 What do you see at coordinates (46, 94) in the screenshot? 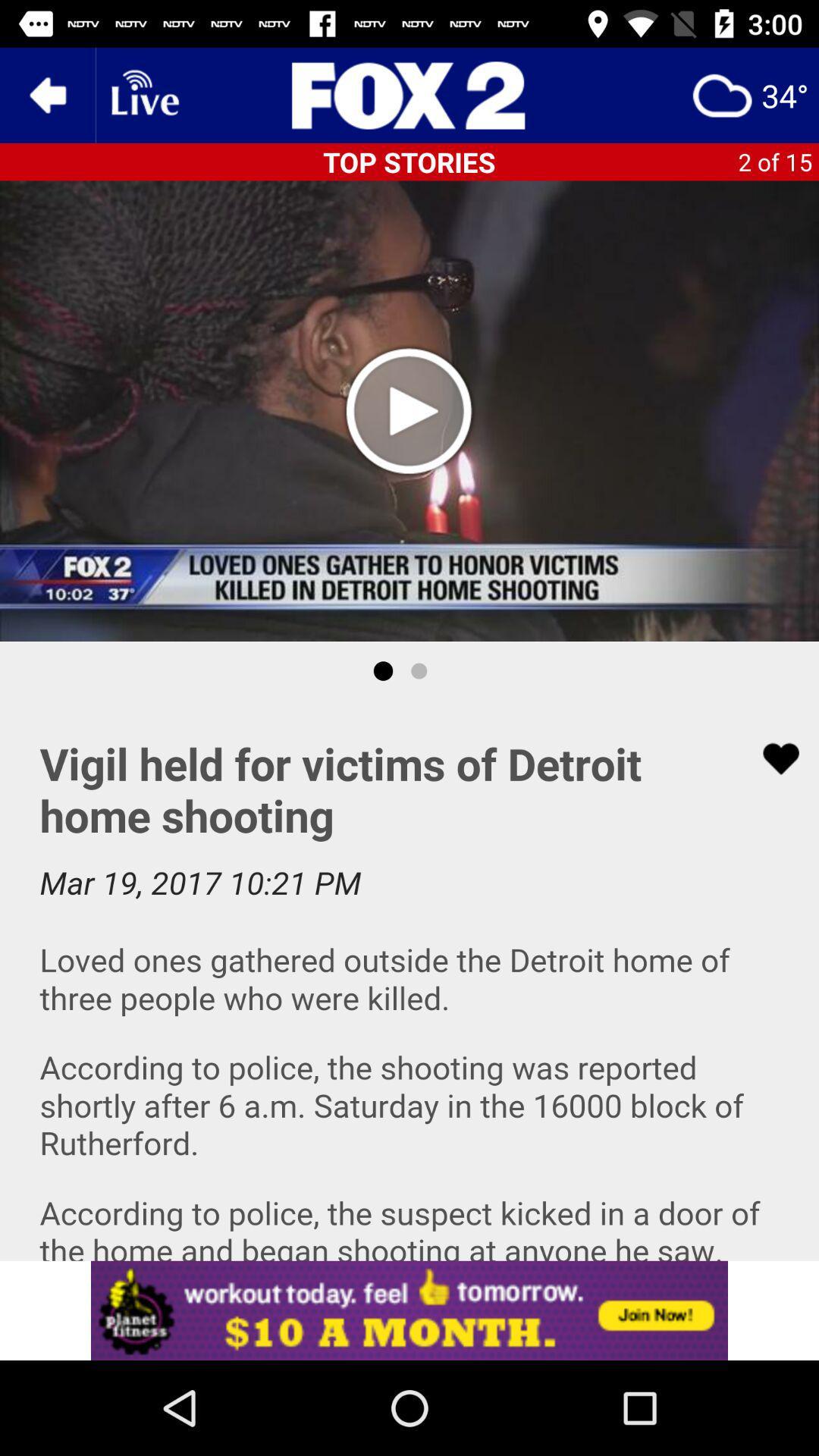
I see `go back` at bounding box center [46, 94].